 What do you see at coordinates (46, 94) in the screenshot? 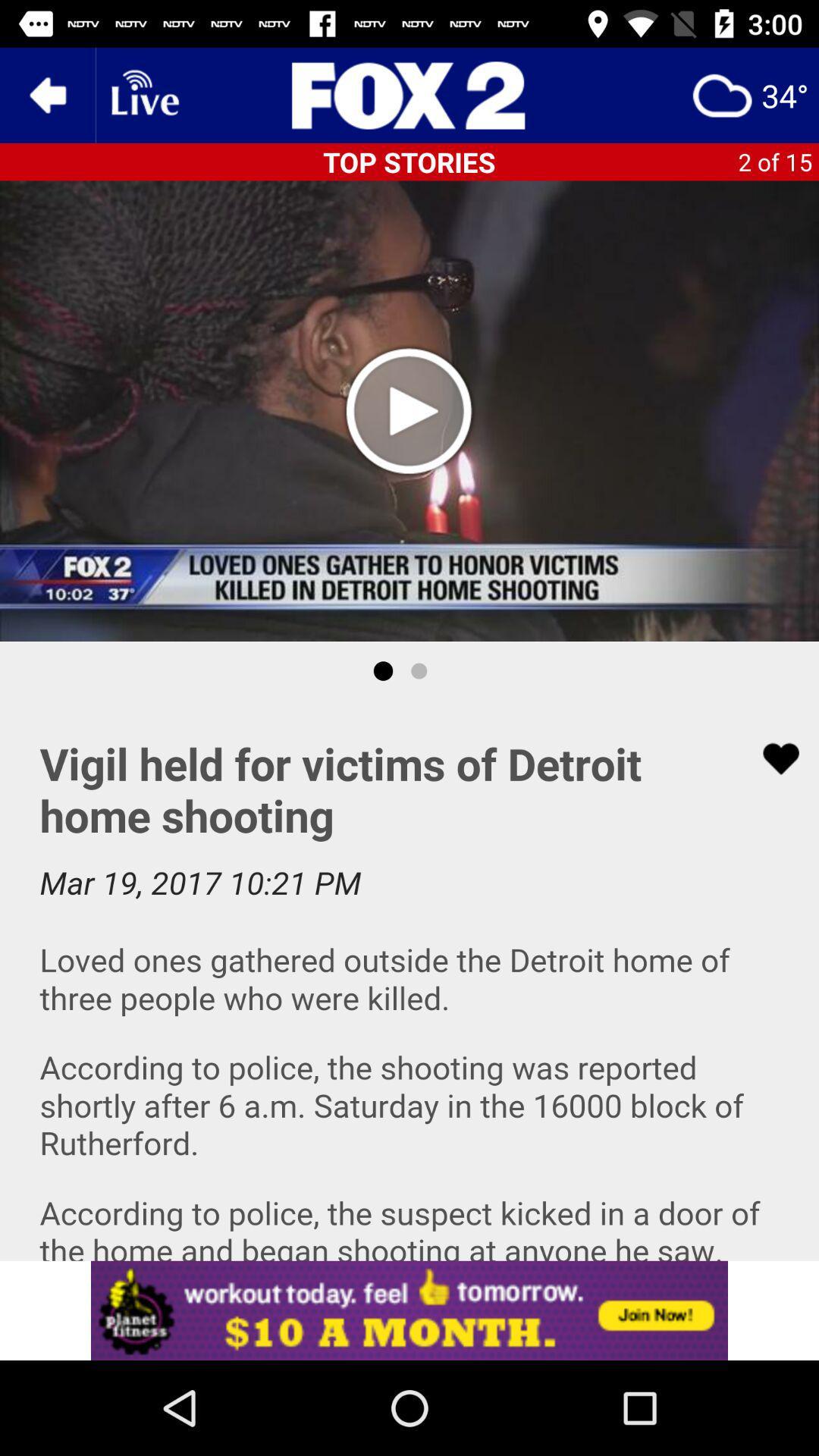
I see `go back` at bounding box center [46, 94].